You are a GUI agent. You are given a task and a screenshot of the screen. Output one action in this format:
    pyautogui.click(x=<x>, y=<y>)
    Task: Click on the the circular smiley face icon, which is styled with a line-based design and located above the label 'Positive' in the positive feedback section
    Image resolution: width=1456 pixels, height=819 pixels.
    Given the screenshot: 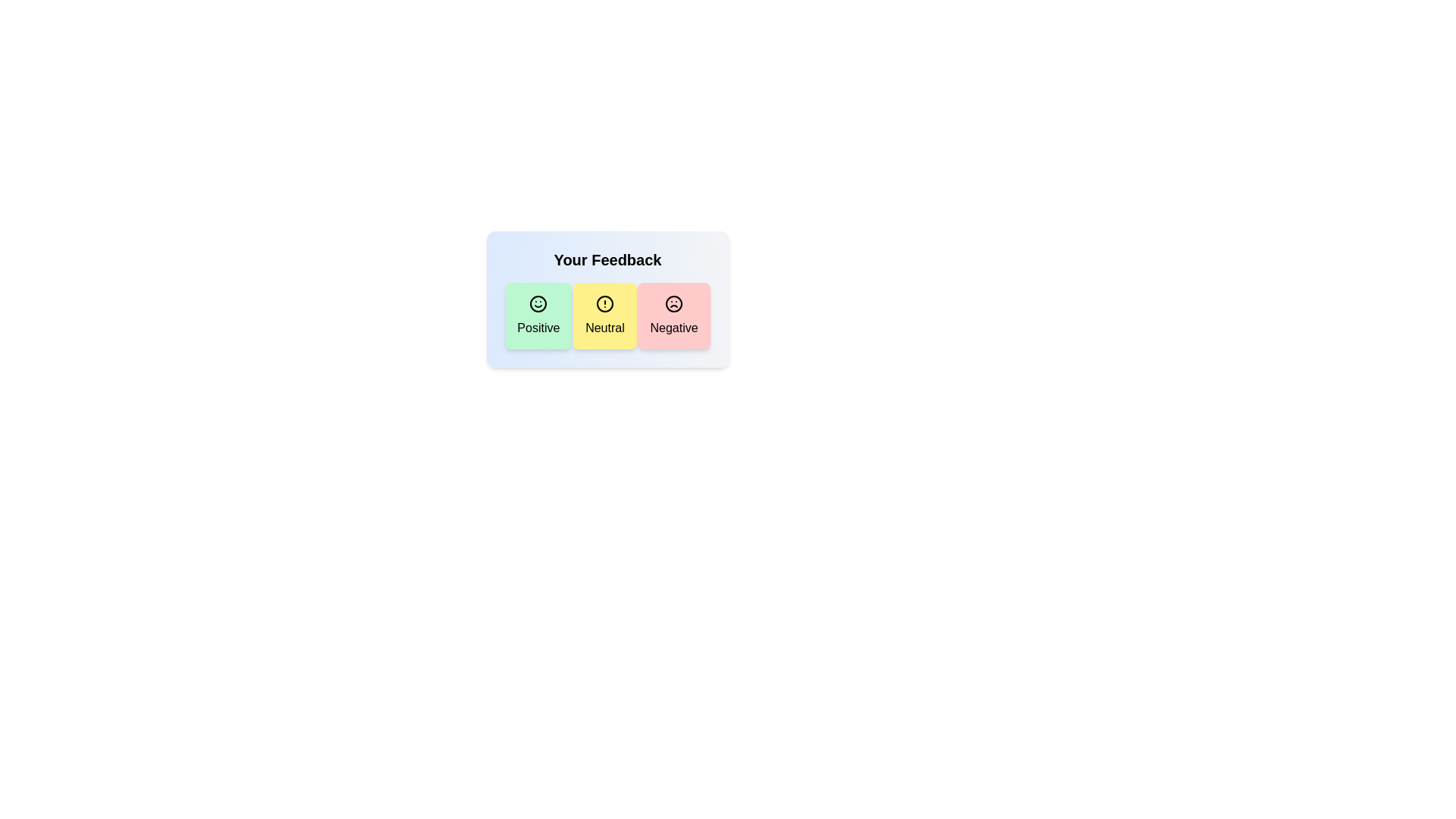 What is the action you would take?
    pyautogui.click(x=538, y=304)
    